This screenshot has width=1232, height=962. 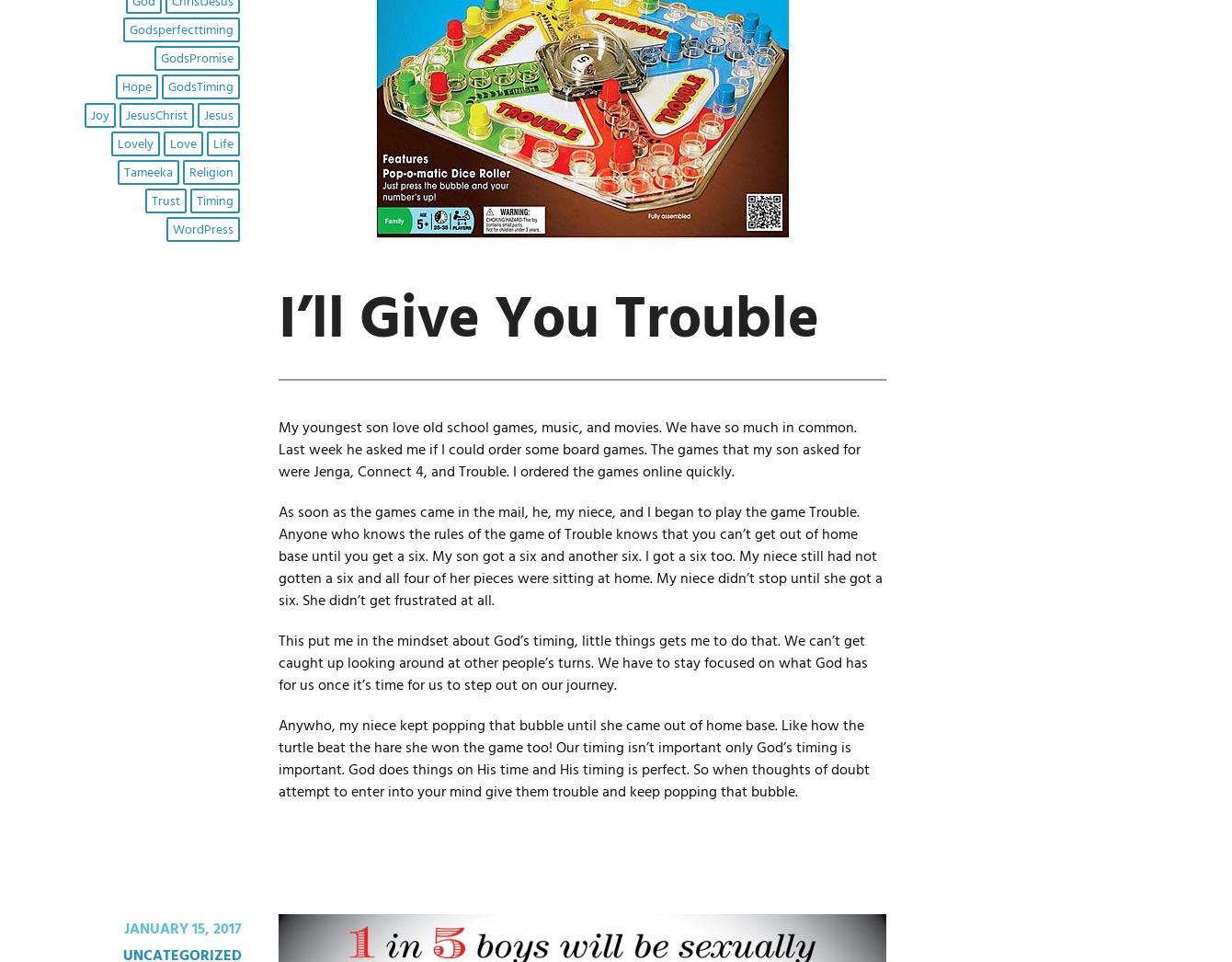 What do you see at coordinates (181, 929) in the screenshot?
I see `'January 15, 2017'` at bounding box center [181, 929].